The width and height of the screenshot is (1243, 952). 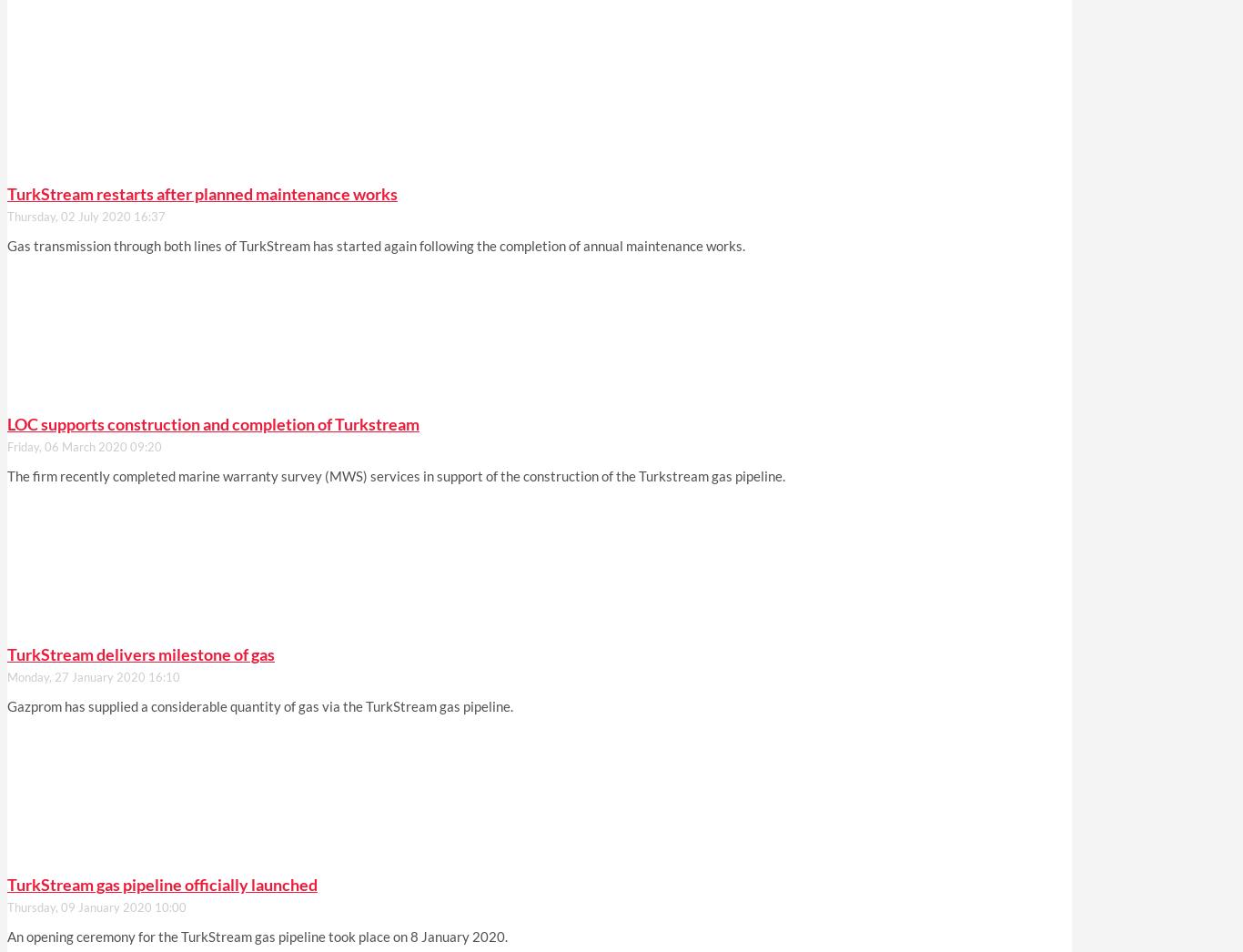 I want to click on 'TurkStream delivers milestone of gas', so click(x=7, y=654).